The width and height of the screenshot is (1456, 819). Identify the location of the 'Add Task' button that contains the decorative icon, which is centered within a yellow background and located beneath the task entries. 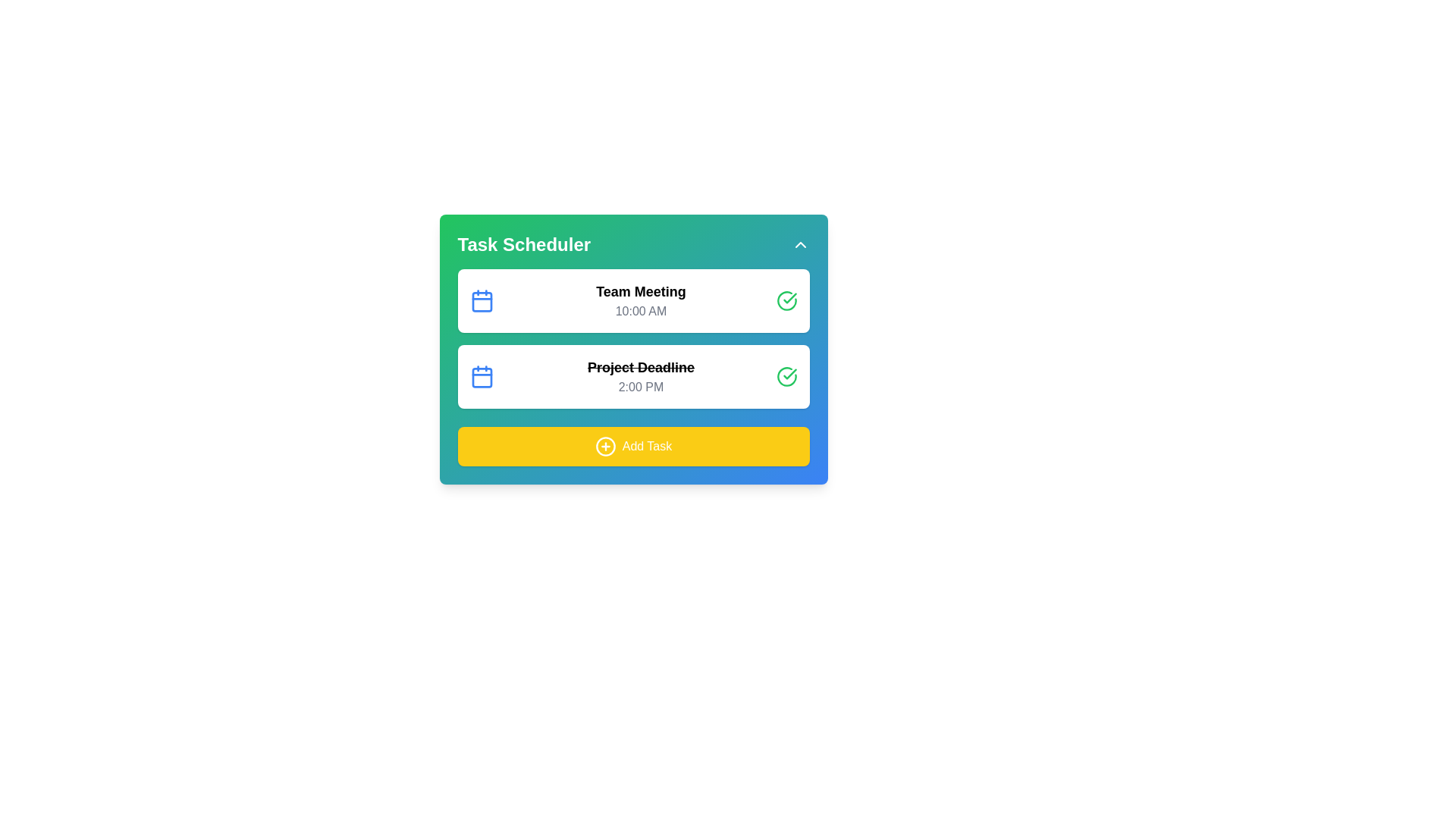
(604, 446).